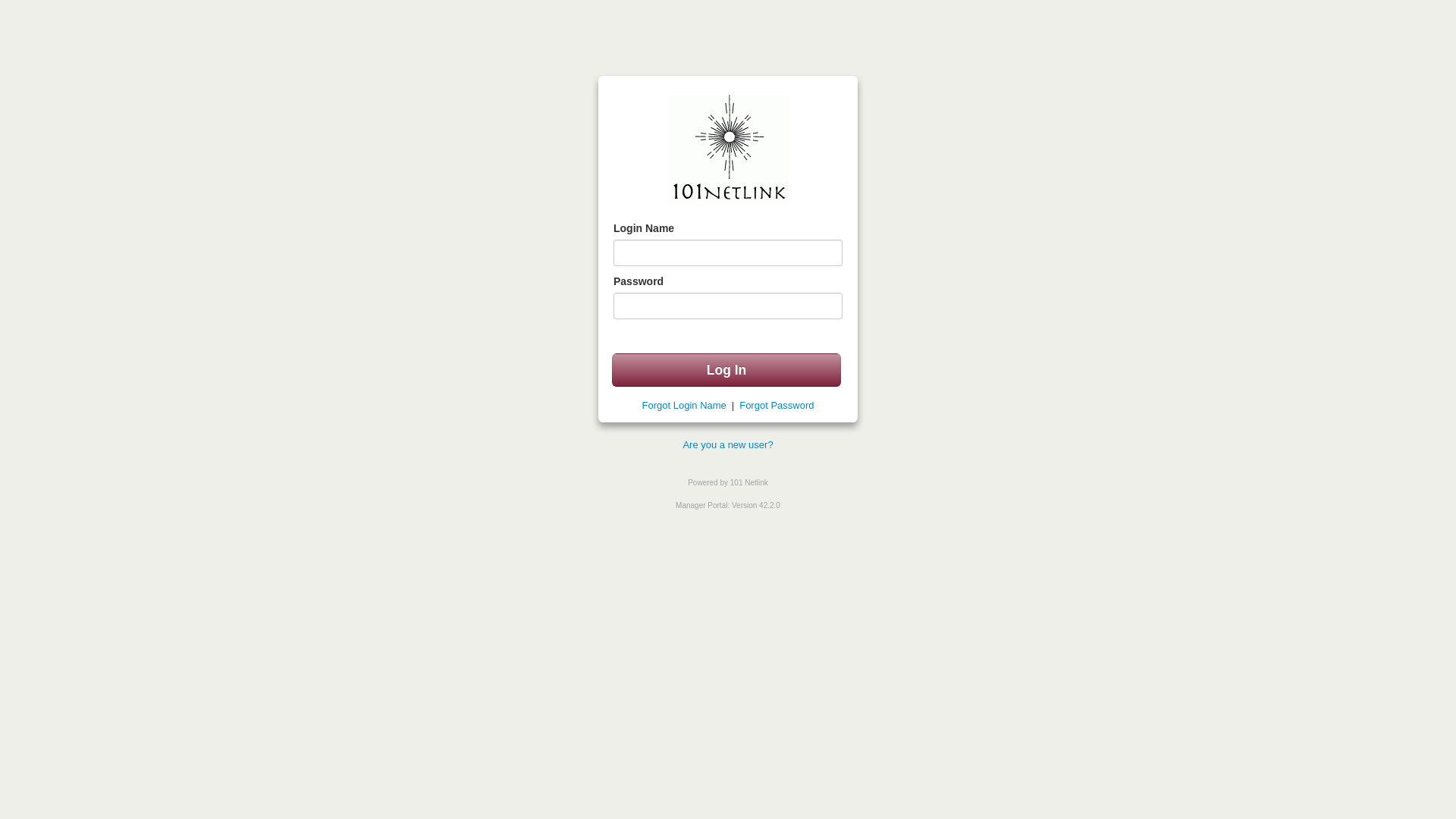 Image resolution: width=1456 pixels, height=819 pixels. Describe the element at coordinates (642, 404) in the screenshot. I see `'Forgot Login Name'` at that location.